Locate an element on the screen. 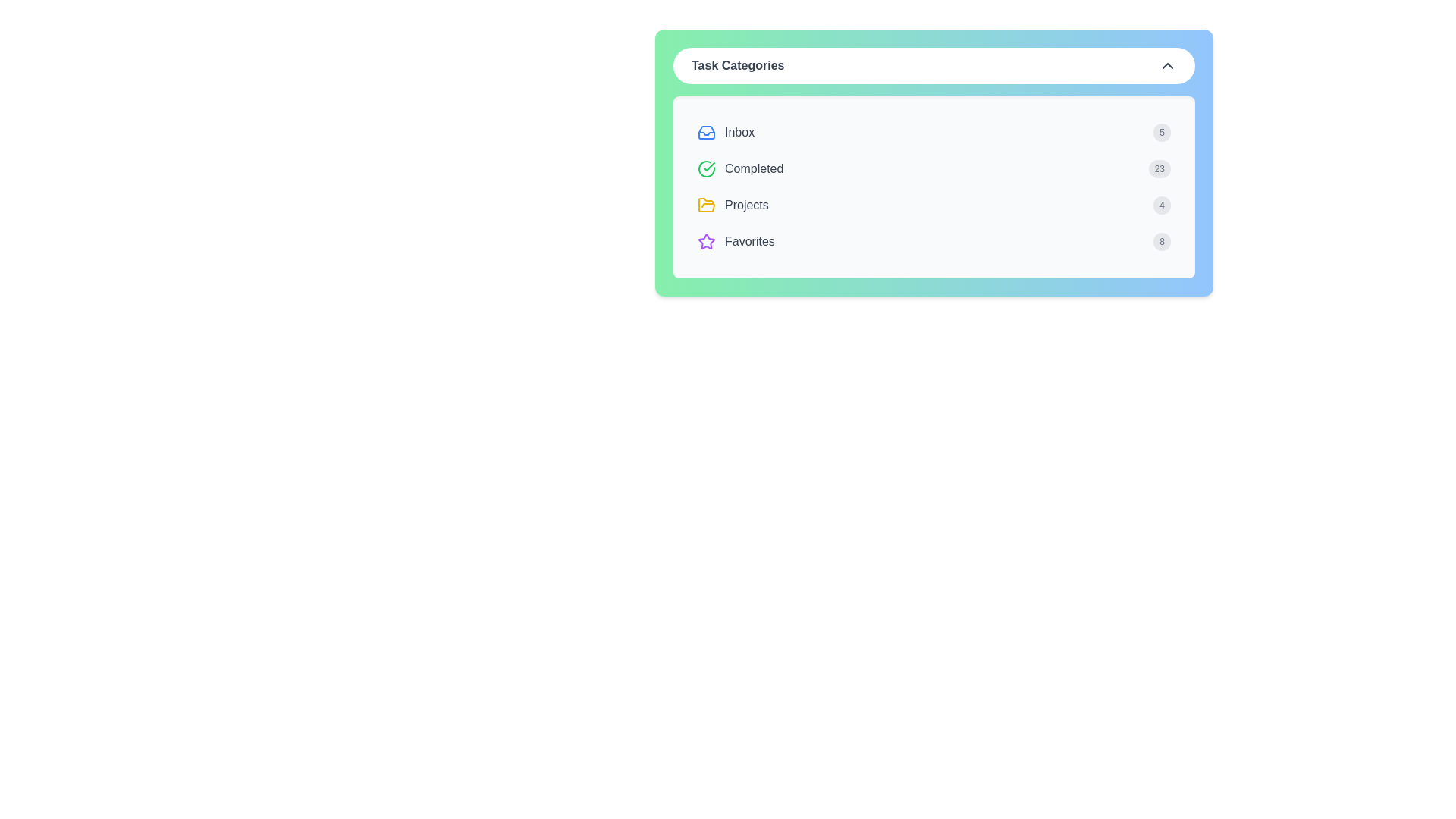  the Badge that displays the count of items in the 'Favorites' category, positioned on the far right side of the 'Favorites' list item is located at coordinates (1161, 241).